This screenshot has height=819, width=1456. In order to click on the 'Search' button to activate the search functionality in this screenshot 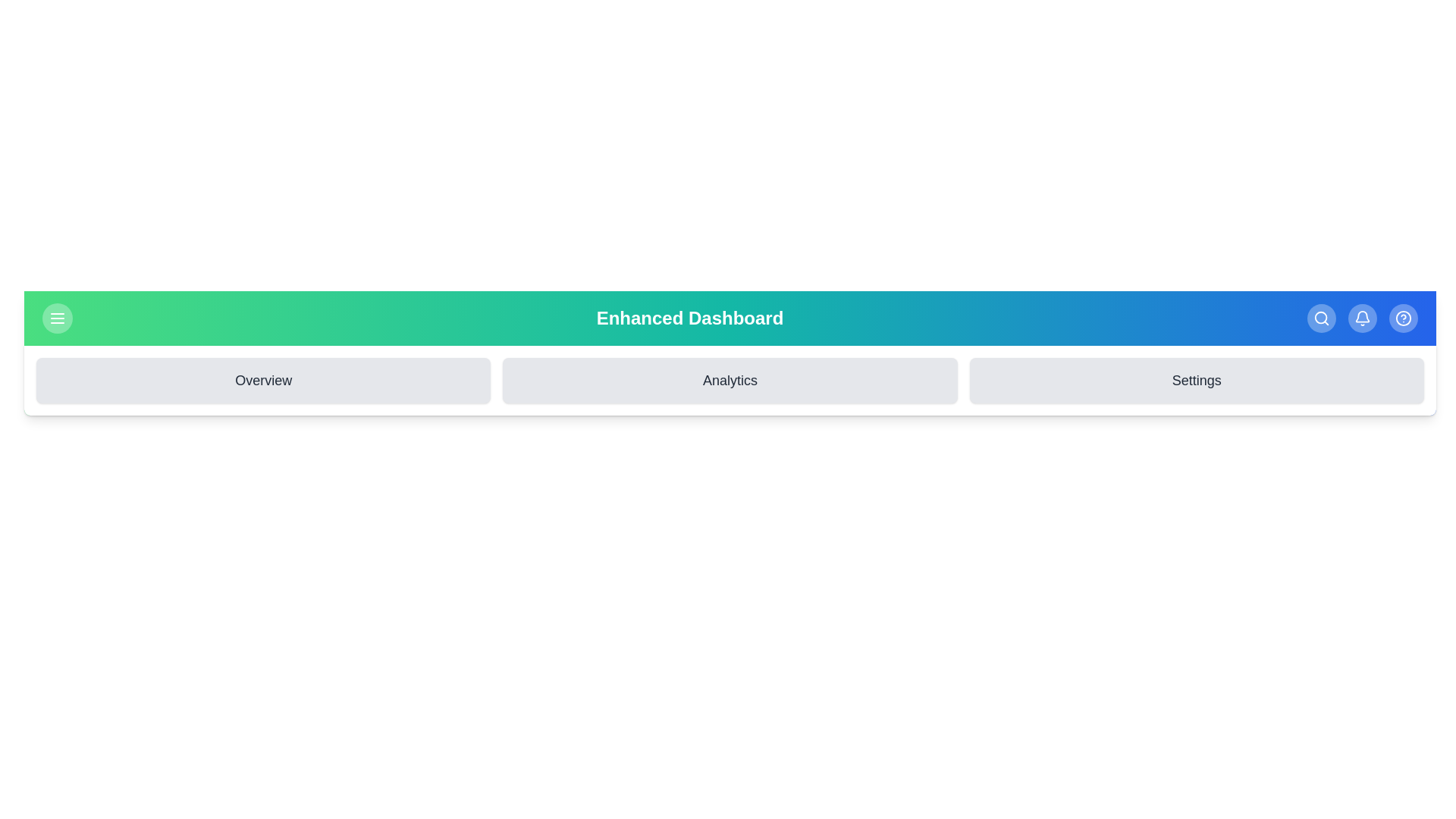, I will do `click(1320, 318)`.